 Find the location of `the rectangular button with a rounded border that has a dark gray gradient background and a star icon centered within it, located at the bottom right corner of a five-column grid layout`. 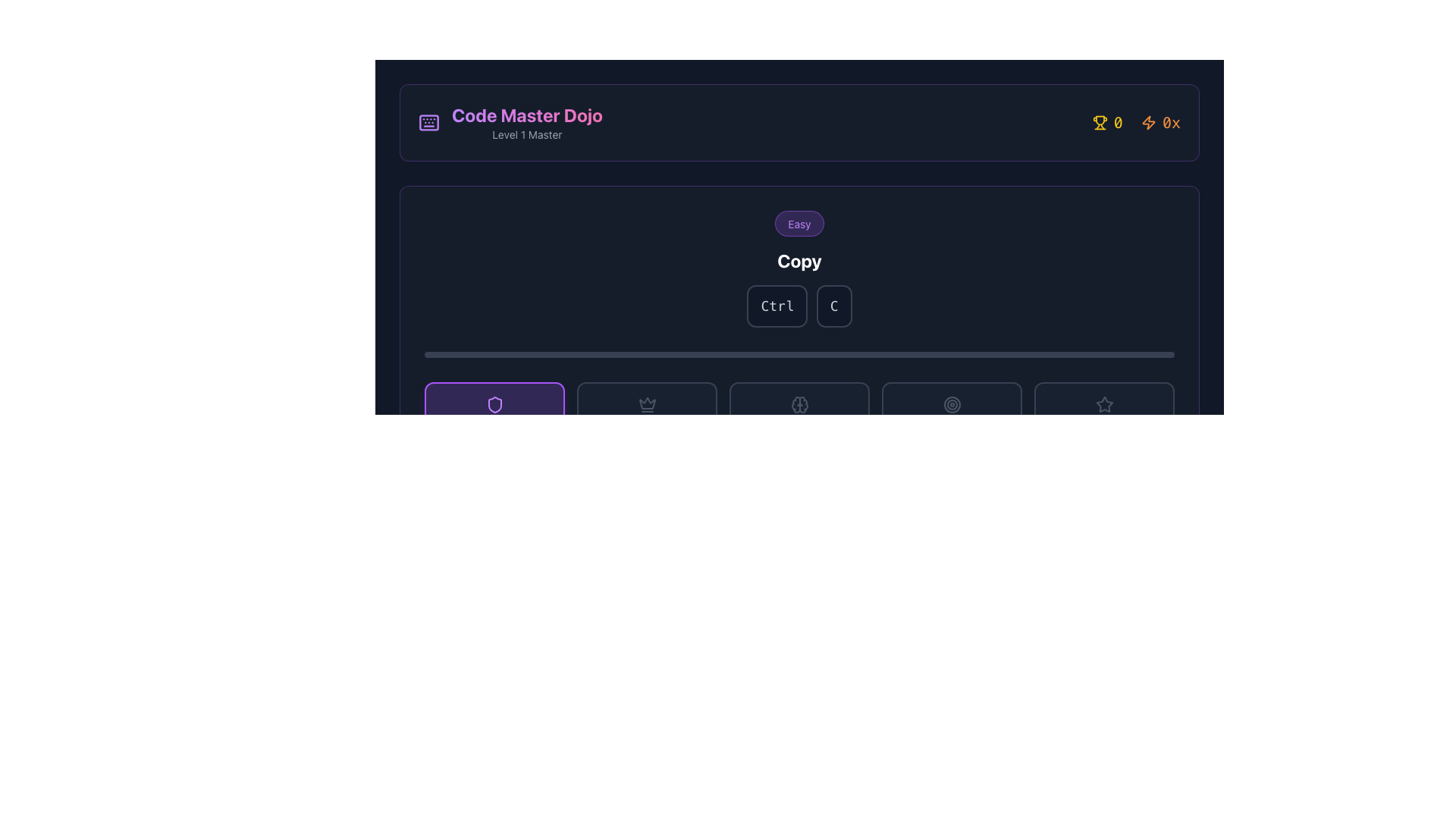

the rectangular button with a rounded border that has a dark gray gradient background and a star icon centered within it, located at the bottom right corner of a five-column grid layout is located at coordinates (1104, 403).